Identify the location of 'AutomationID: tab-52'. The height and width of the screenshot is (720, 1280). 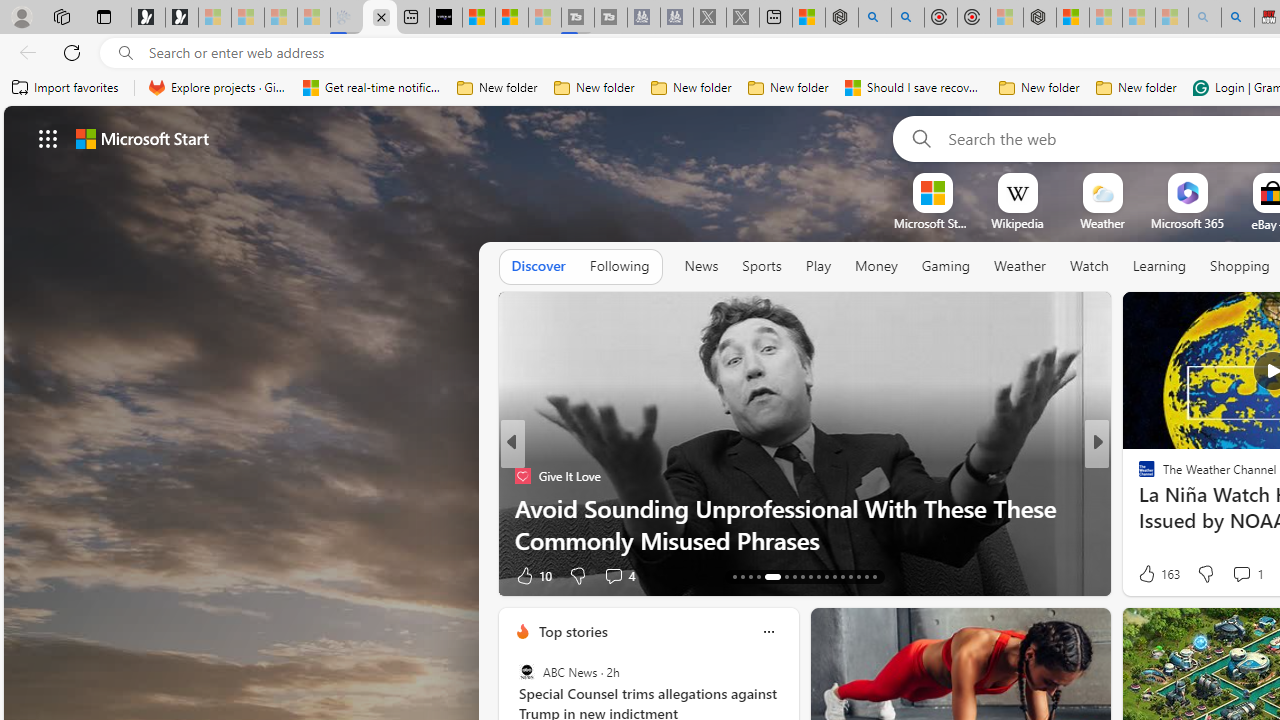
(865, 577).